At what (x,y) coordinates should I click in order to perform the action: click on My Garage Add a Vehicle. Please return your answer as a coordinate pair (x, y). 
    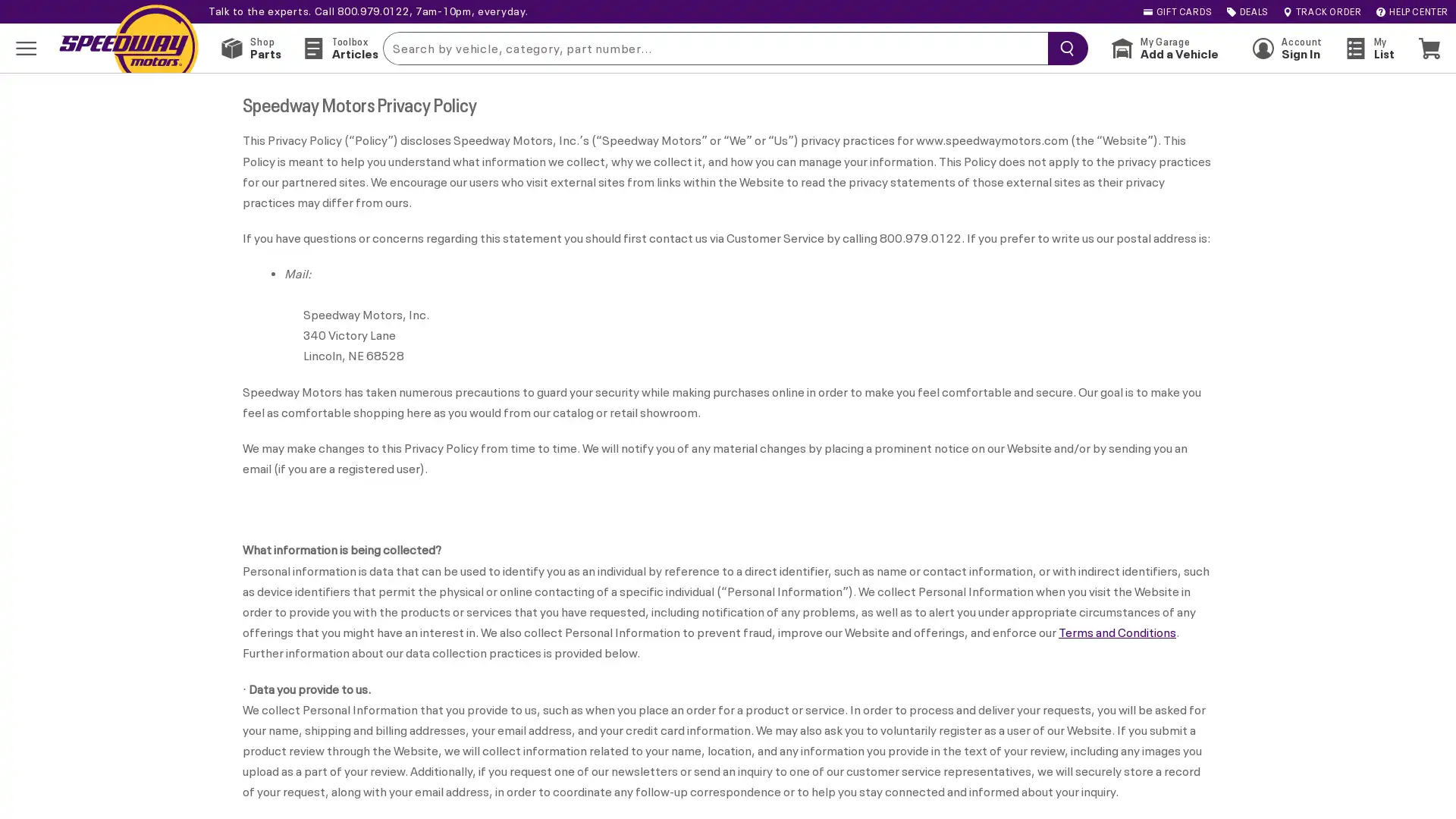
    Looking at the image, I should click on (1164, 47).